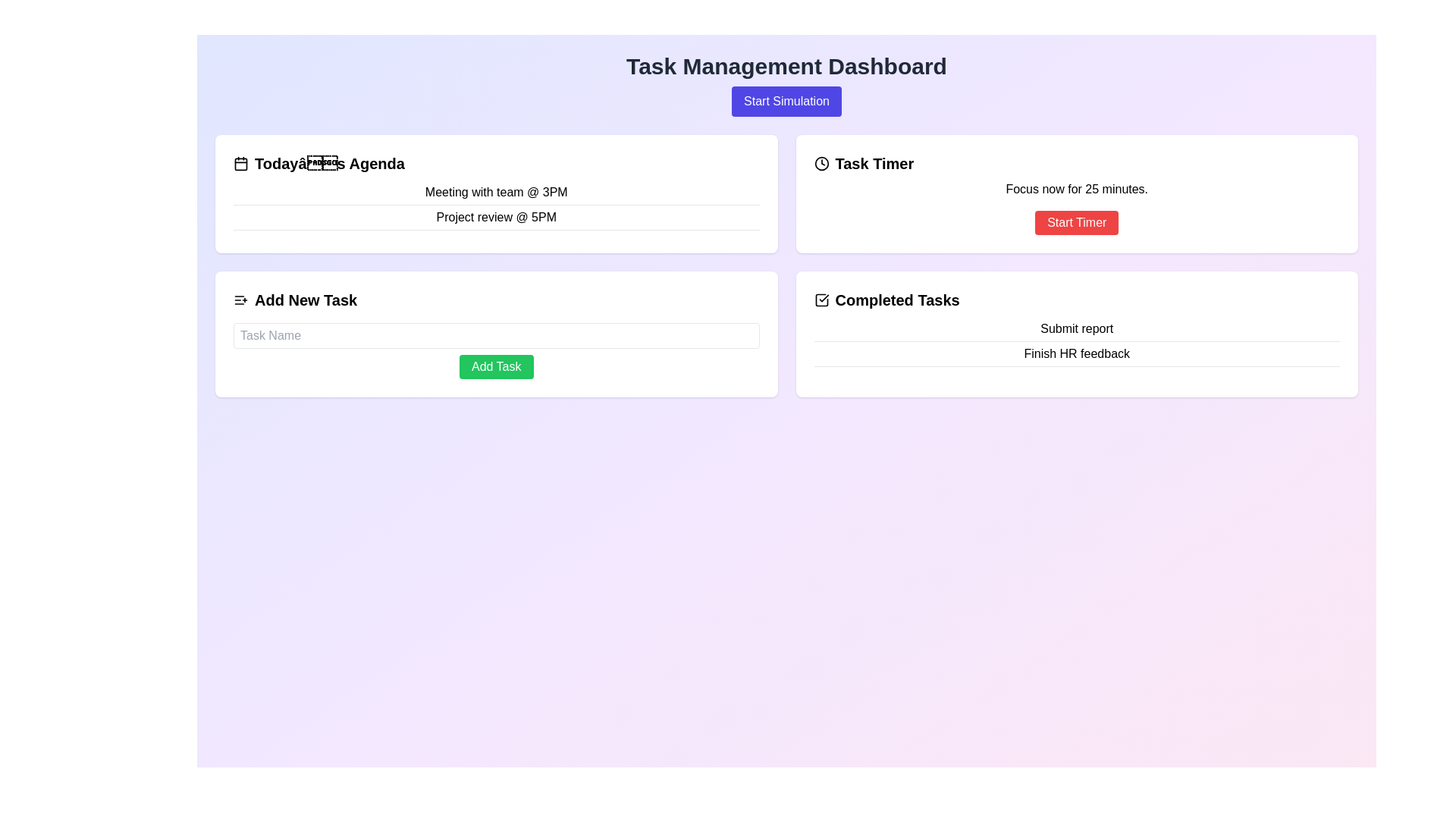 The width and height of the screenshot is (1456, 819). What do you see at coordinates (496, 218) in the screenshot?
I see `the static text element informing the user of a scheduled project review at 5PM, located as the second item under the 'Today's Agenda' panel` at bounding box center [496, 218].